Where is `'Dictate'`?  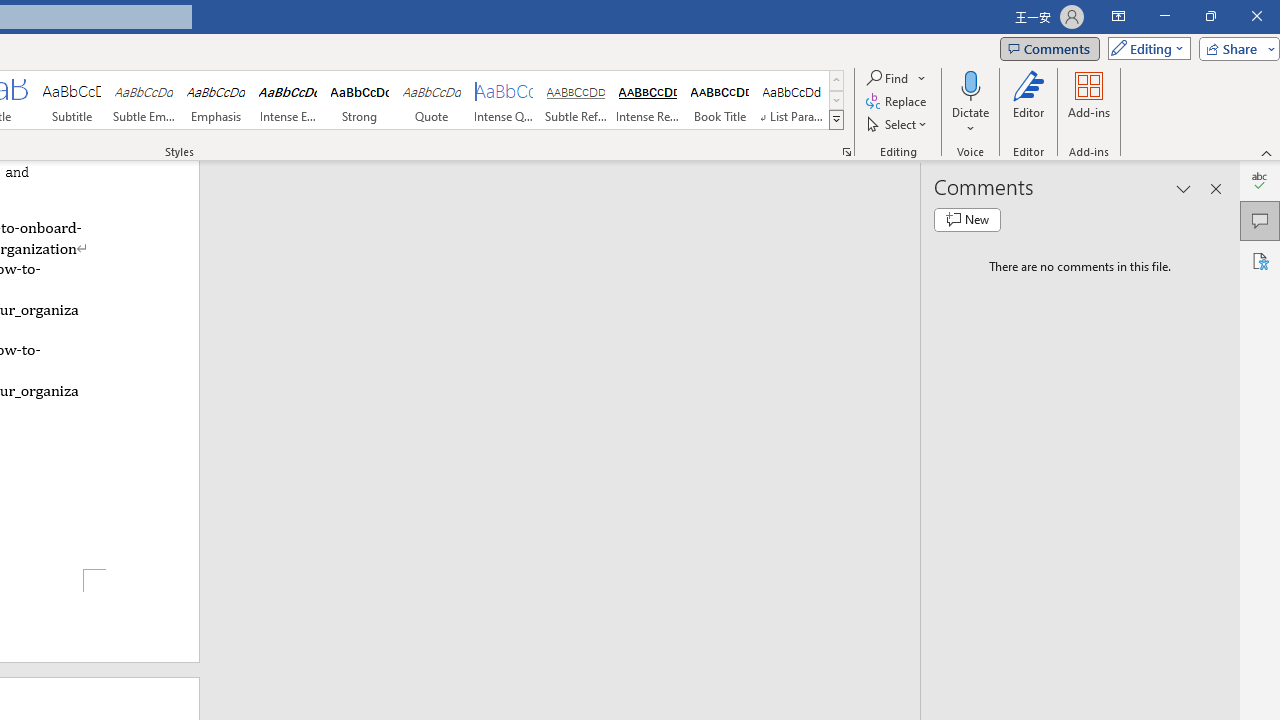
'Dictate' is located at coordinates (970, 103).